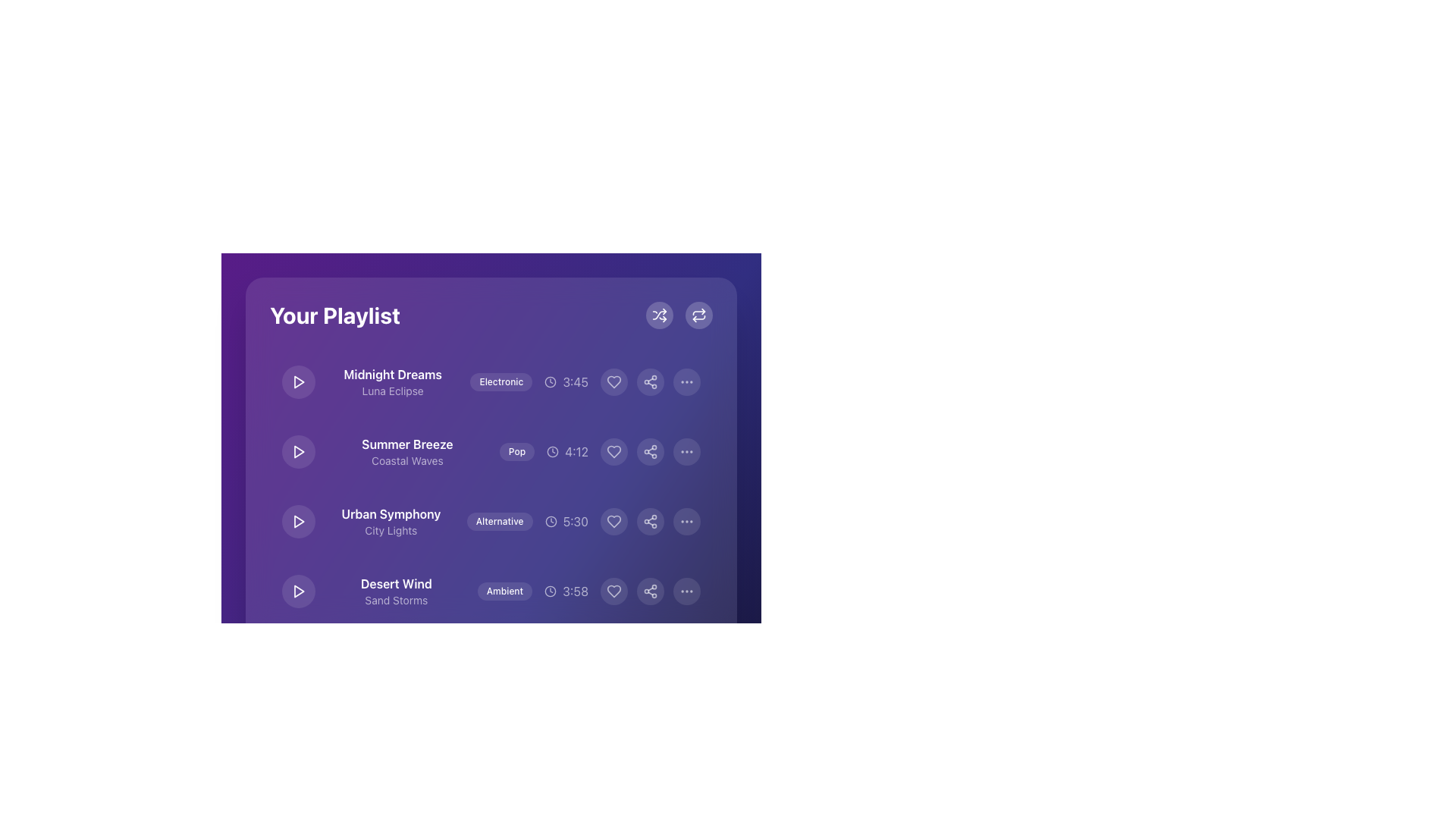  Describe the element at coordinates (598, 728) in the screenshot. I see `the navigation button located at the far right of the pagination bar to advance to the next page` at that location.